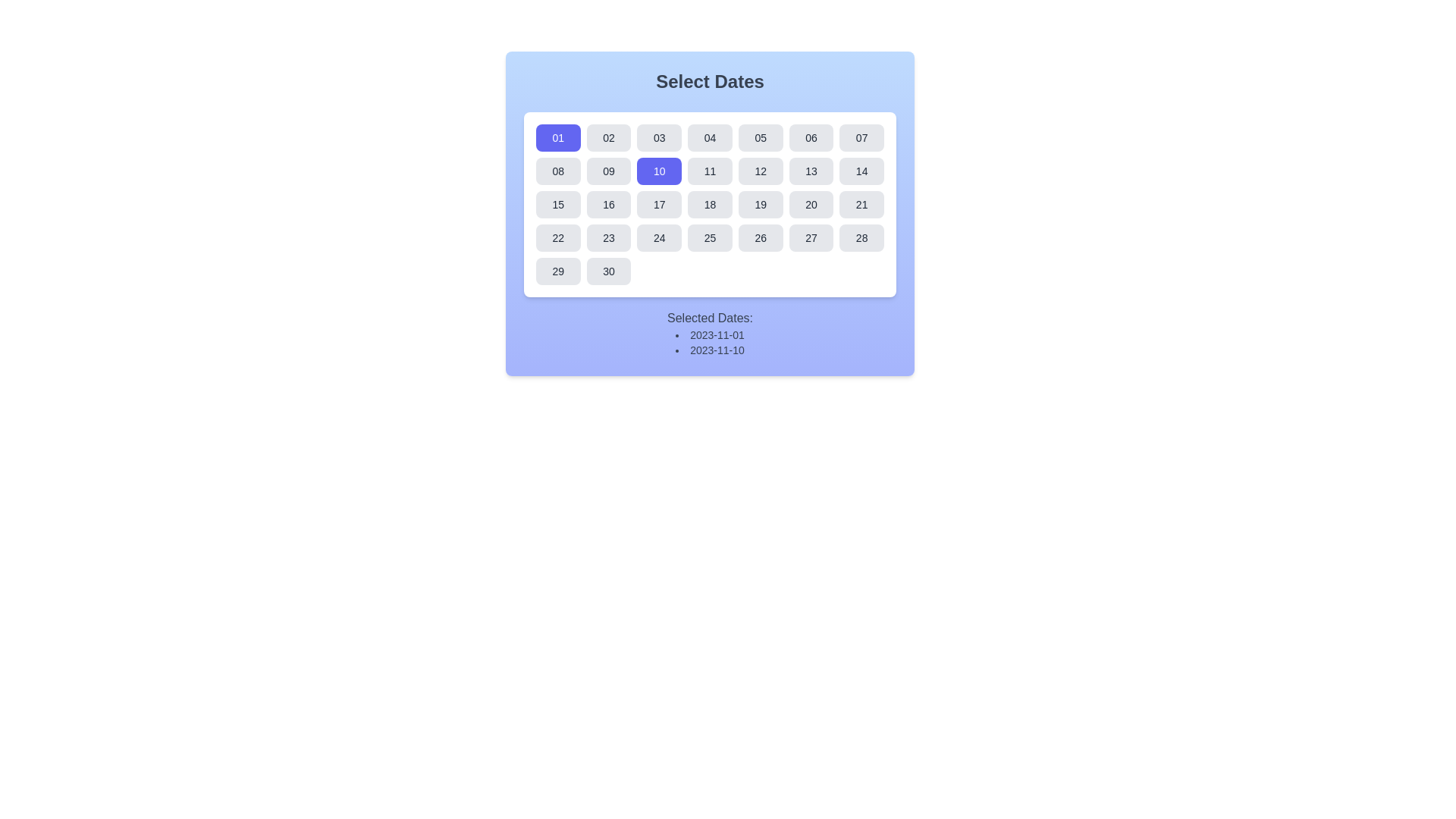 This screenshot has width=1456, height=819. I want to click on the Text Label that contains the text 'Selected Dates:' styled with a medium-weight font, located on a light-blue background, positioned above the date entries in the calendar UI, so click(709, 318).